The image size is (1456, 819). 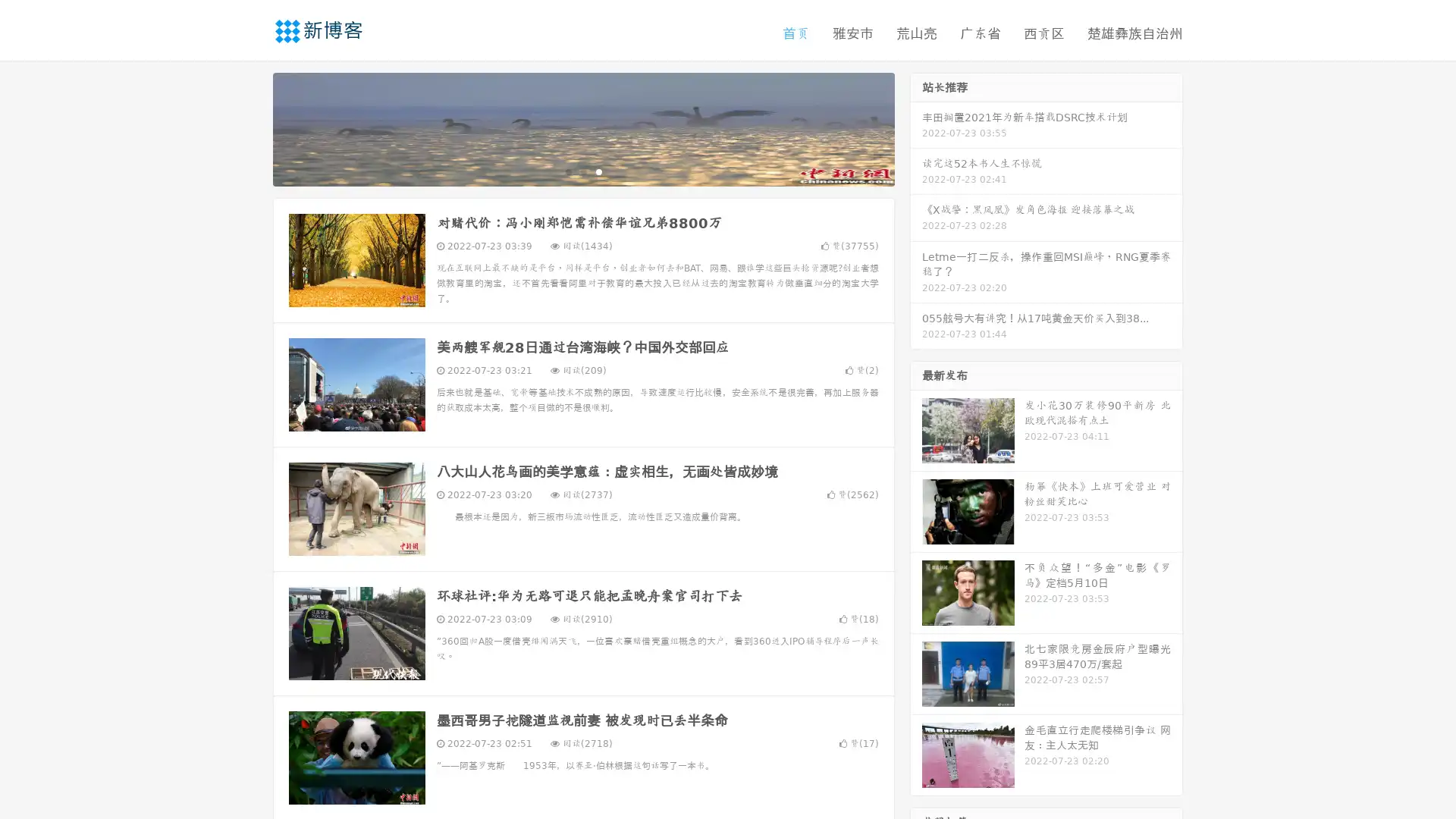 What do you see at coordinates (916, 127) in the screenshot?
I see `Next slide` at bounding box center [916, 127].